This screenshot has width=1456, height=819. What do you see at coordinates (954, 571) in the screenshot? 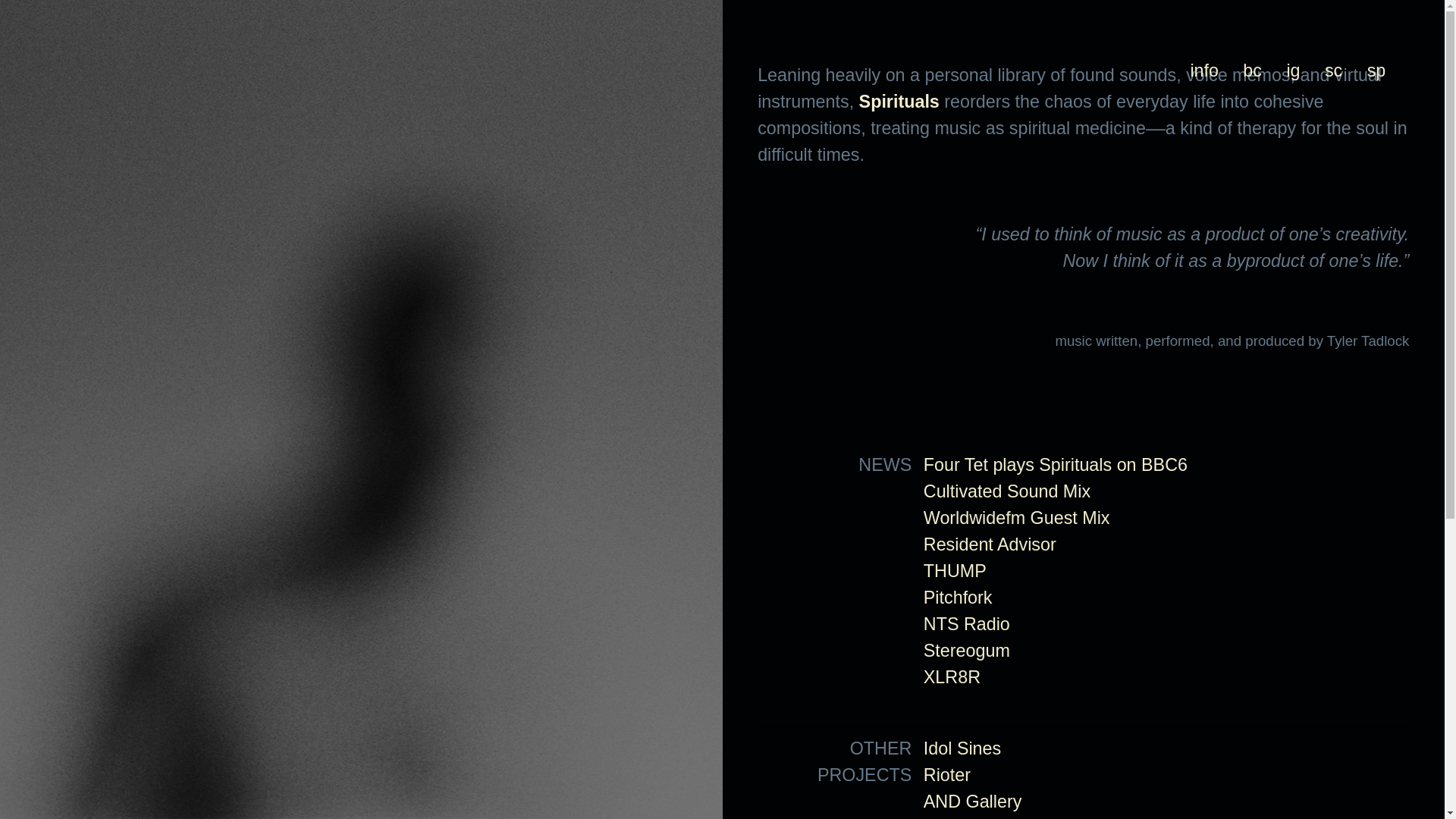
I see `'THUMP'` at bounding box center [954, 571].